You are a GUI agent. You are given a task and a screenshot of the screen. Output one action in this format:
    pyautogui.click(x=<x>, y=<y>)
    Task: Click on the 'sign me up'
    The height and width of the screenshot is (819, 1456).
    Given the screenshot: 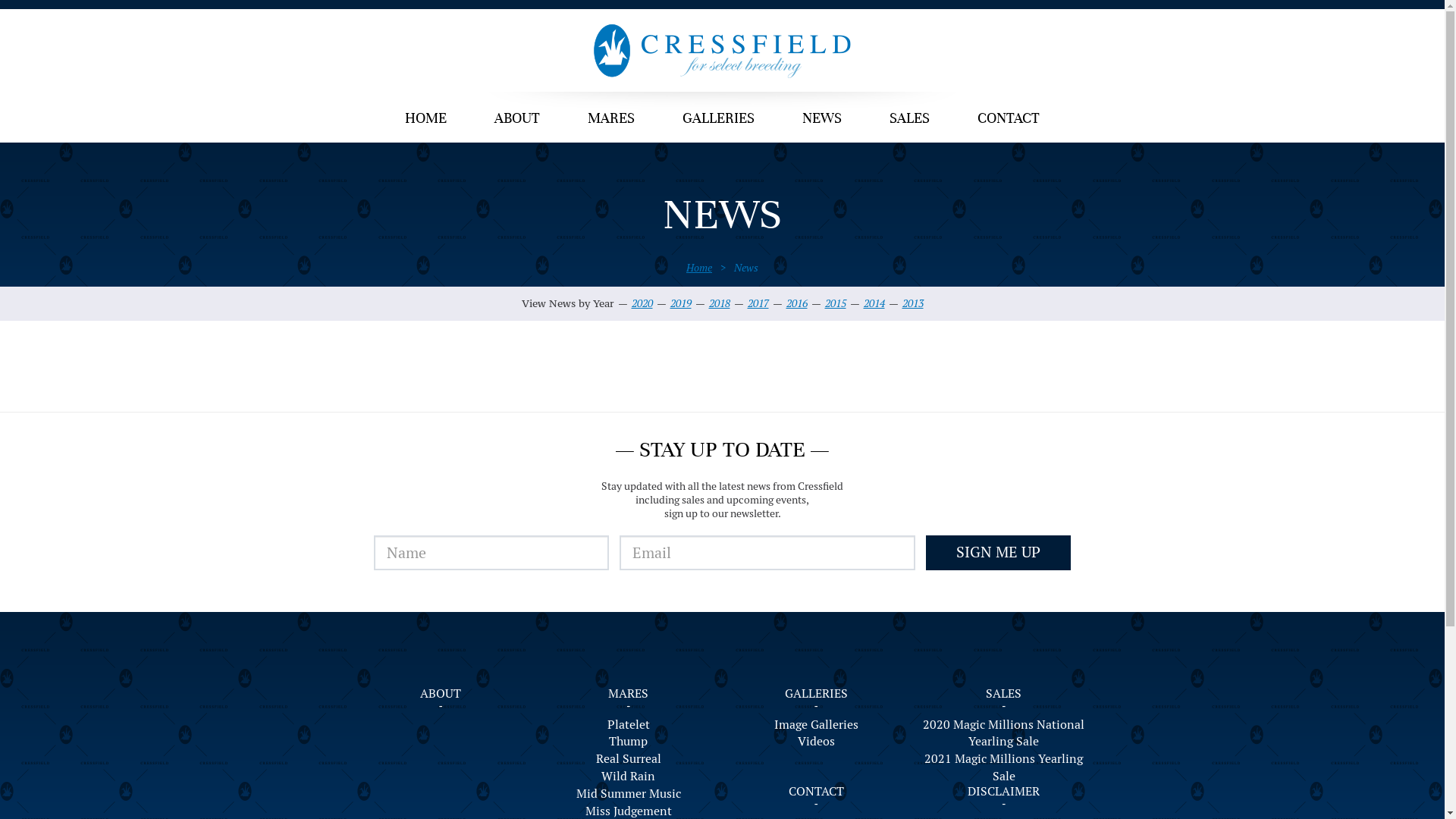 What is the action you would take?
    pyautogui.click(x=924, y=553)
    